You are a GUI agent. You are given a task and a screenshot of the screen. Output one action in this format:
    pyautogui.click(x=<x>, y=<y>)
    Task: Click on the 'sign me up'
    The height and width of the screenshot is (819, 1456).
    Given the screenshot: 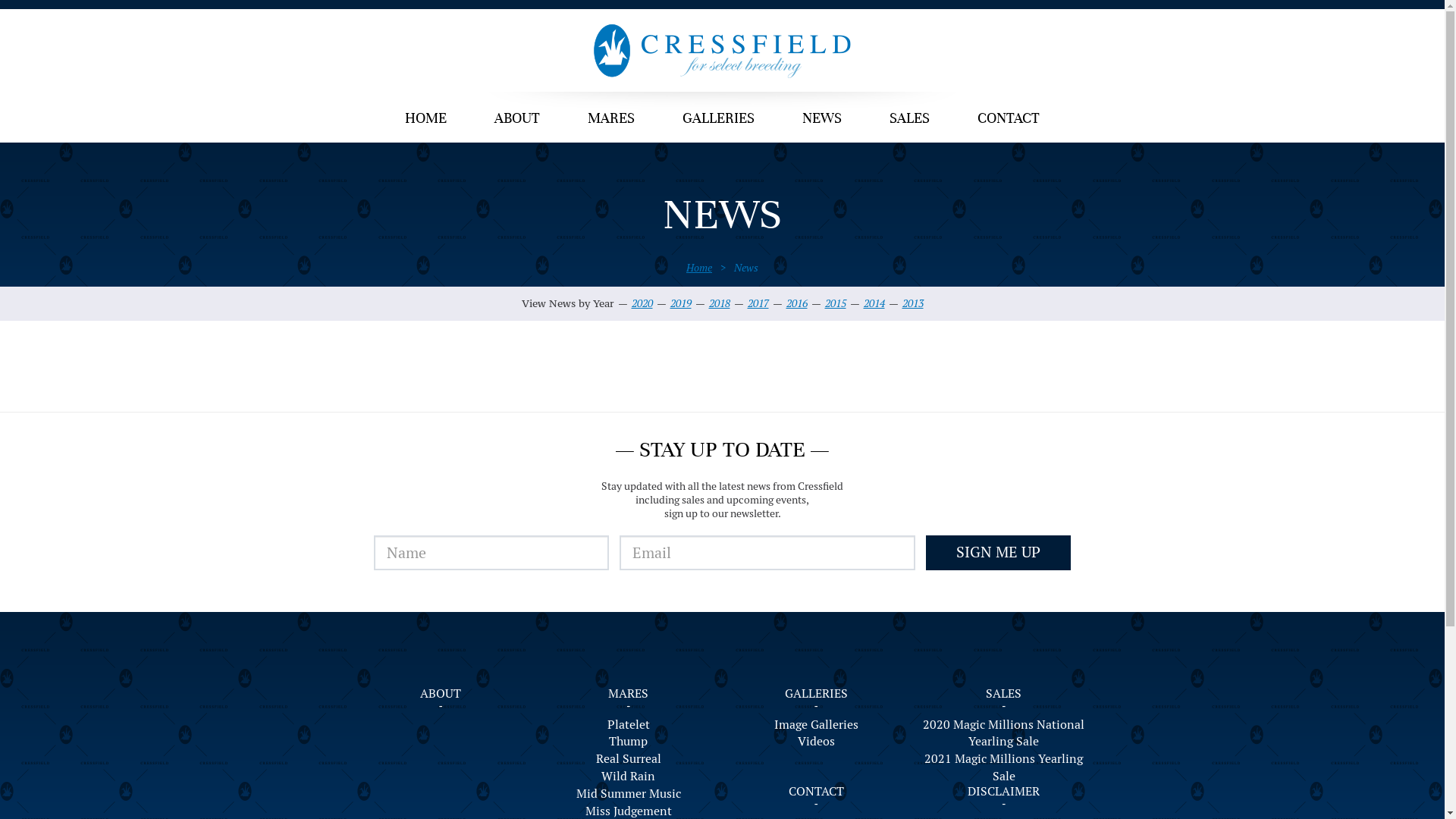 What is the action you would take?
    pyautogui.click(x=924, y=553)
    